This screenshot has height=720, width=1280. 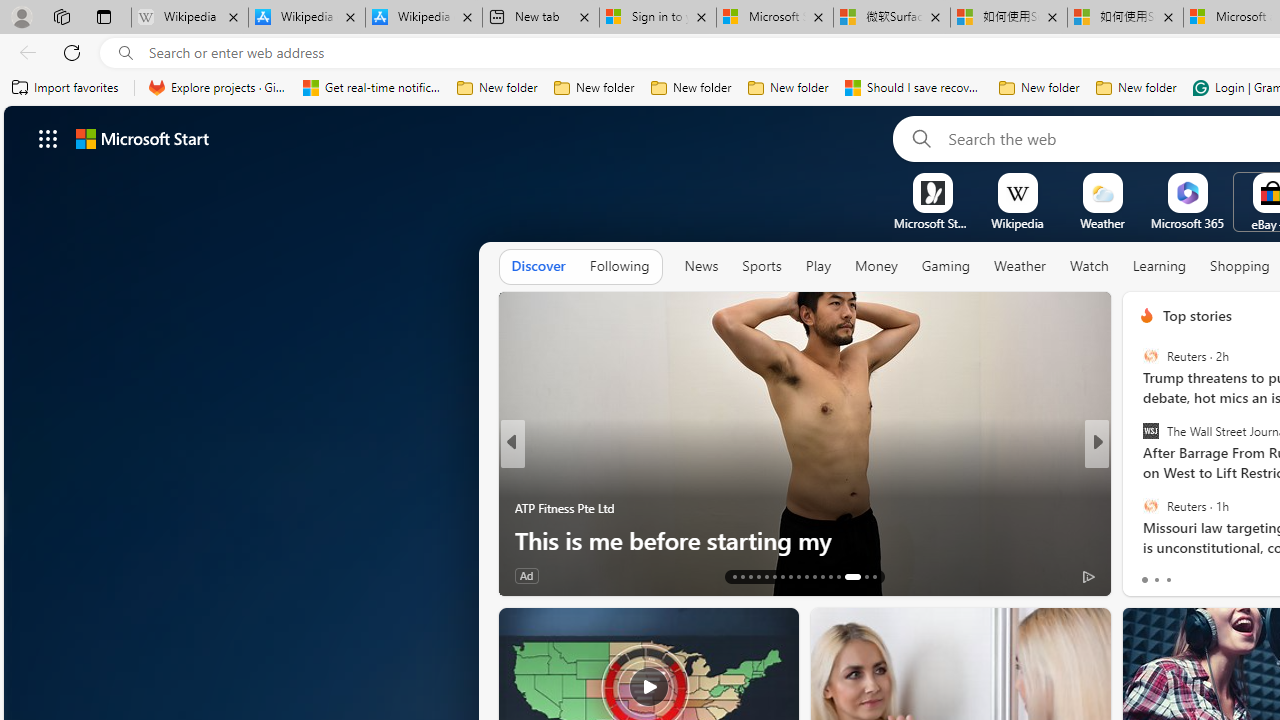 What do you see at coordinates (912, 87) in the screenshot?
I see `'Should I save recovered Word documents? - Microsoft Support'` at bounding box center [912, 87].